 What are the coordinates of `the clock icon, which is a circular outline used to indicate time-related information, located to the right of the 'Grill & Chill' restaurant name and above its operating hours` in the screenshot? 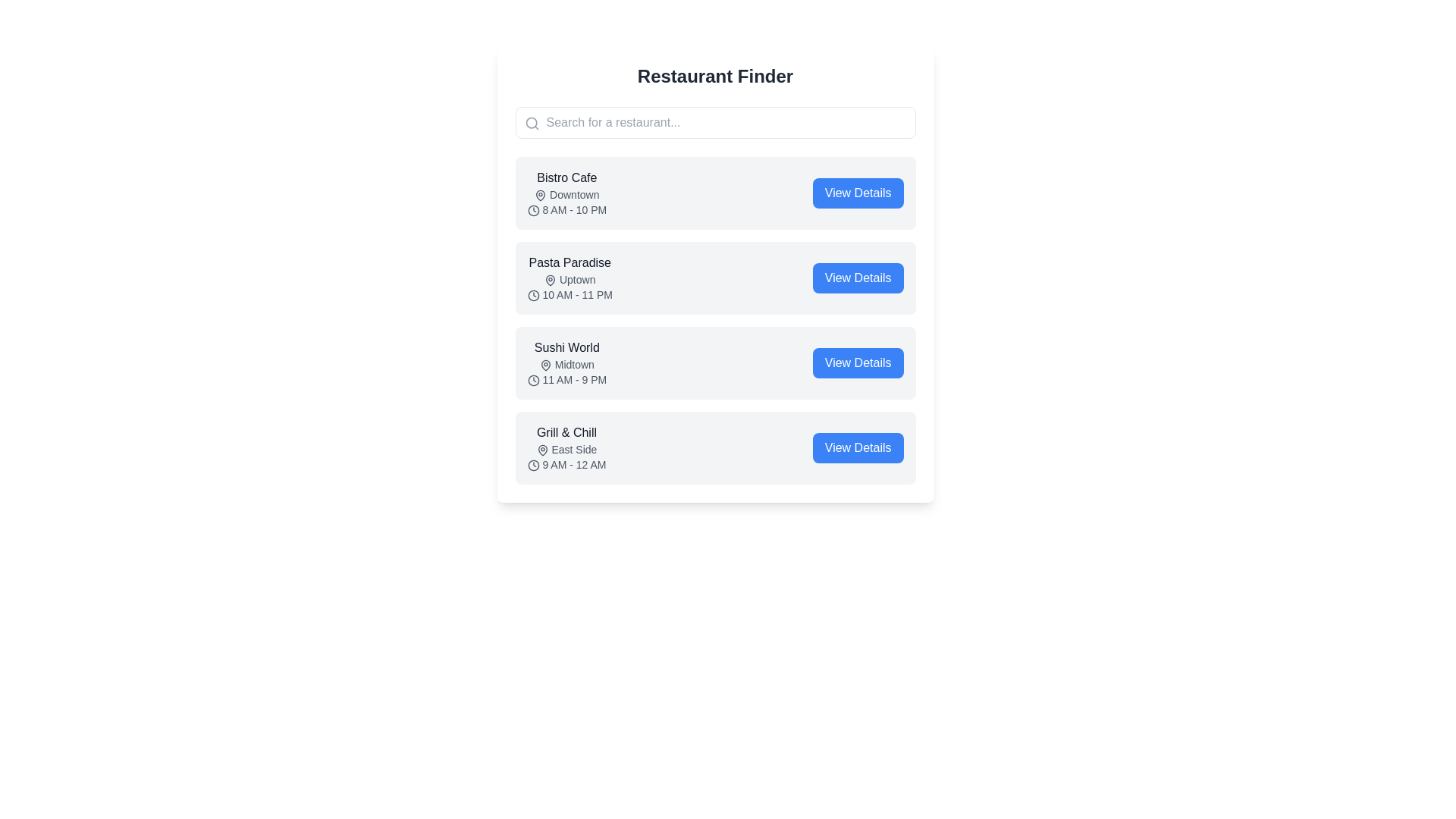 It's located at (533, 465).